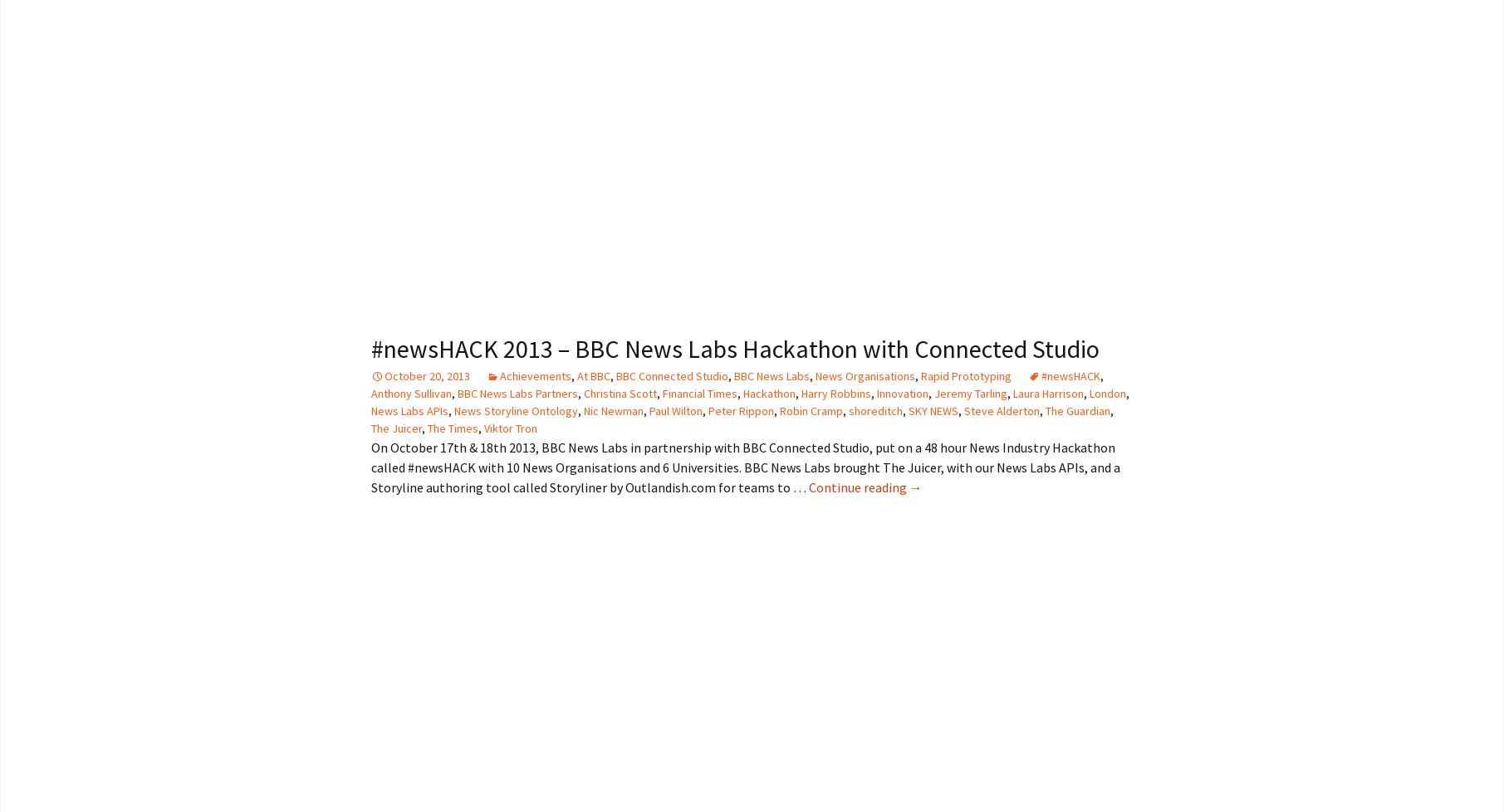 The height and width of the screenshot is (812, 1504). Describe the element at coordinates (1070, 374) in the screenshot. I see `'#newsHACK'` at that location.